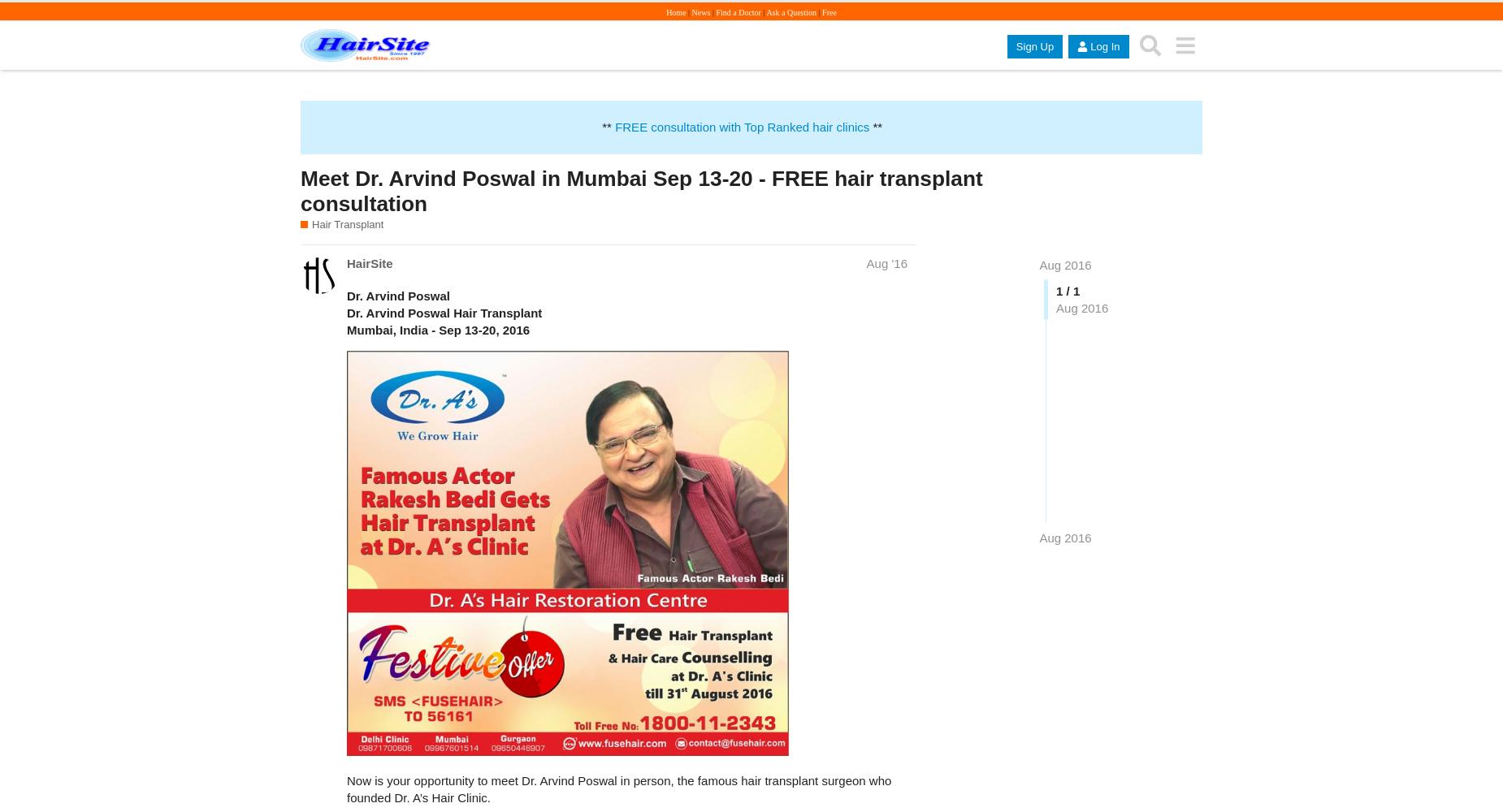 Image resolution: width=1503 pixels, height=812 pixels. Describe the element at coordinates (790, 12) in the screenshot. I see `'Ask a Question'` at that location.